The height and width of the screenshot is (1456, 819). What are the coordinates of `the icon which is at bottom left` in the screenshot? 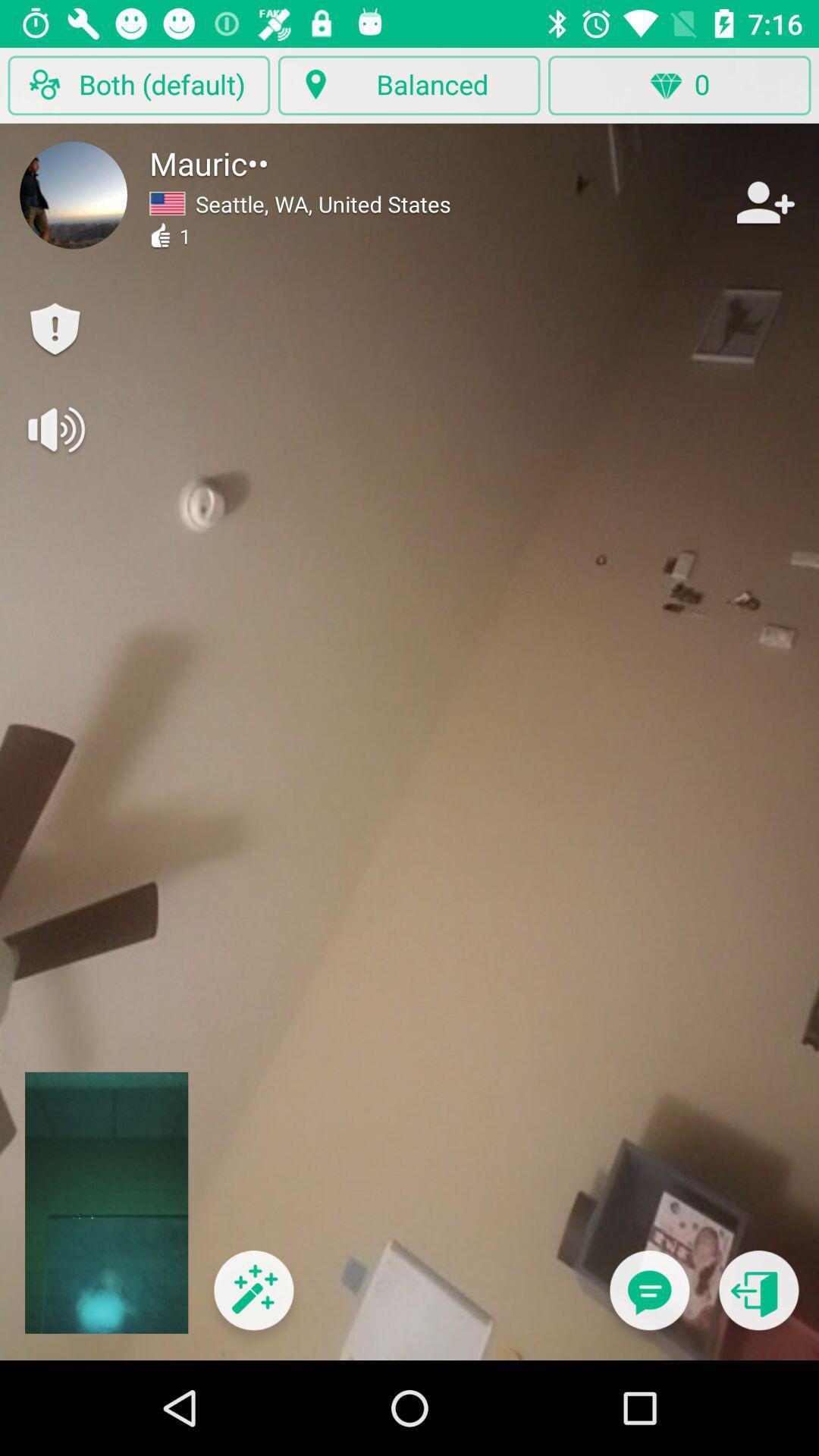 It's located at (253, 1299).